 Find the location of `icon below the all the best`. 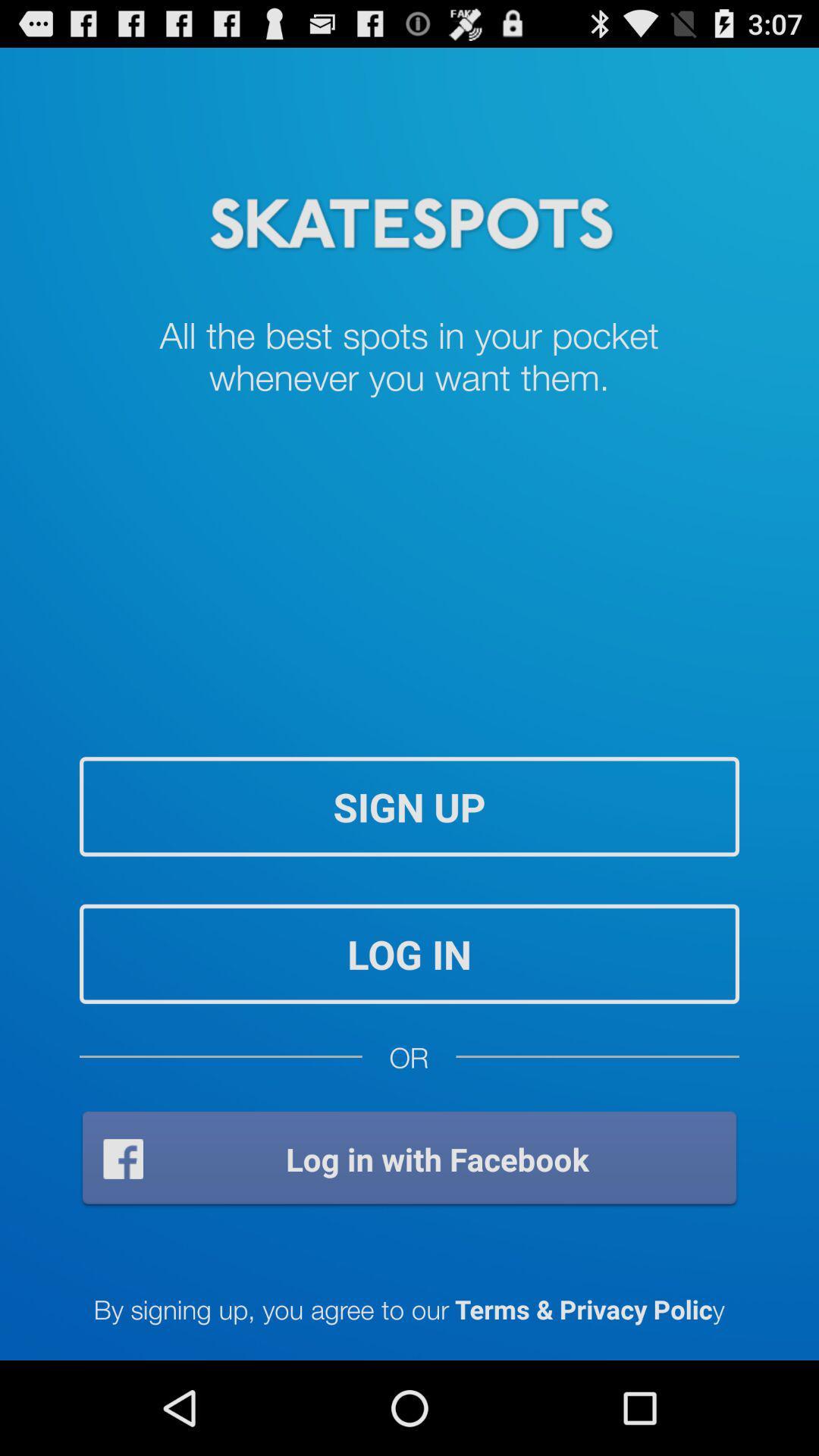

icon below the all the best is located at coordinates (409, 805).